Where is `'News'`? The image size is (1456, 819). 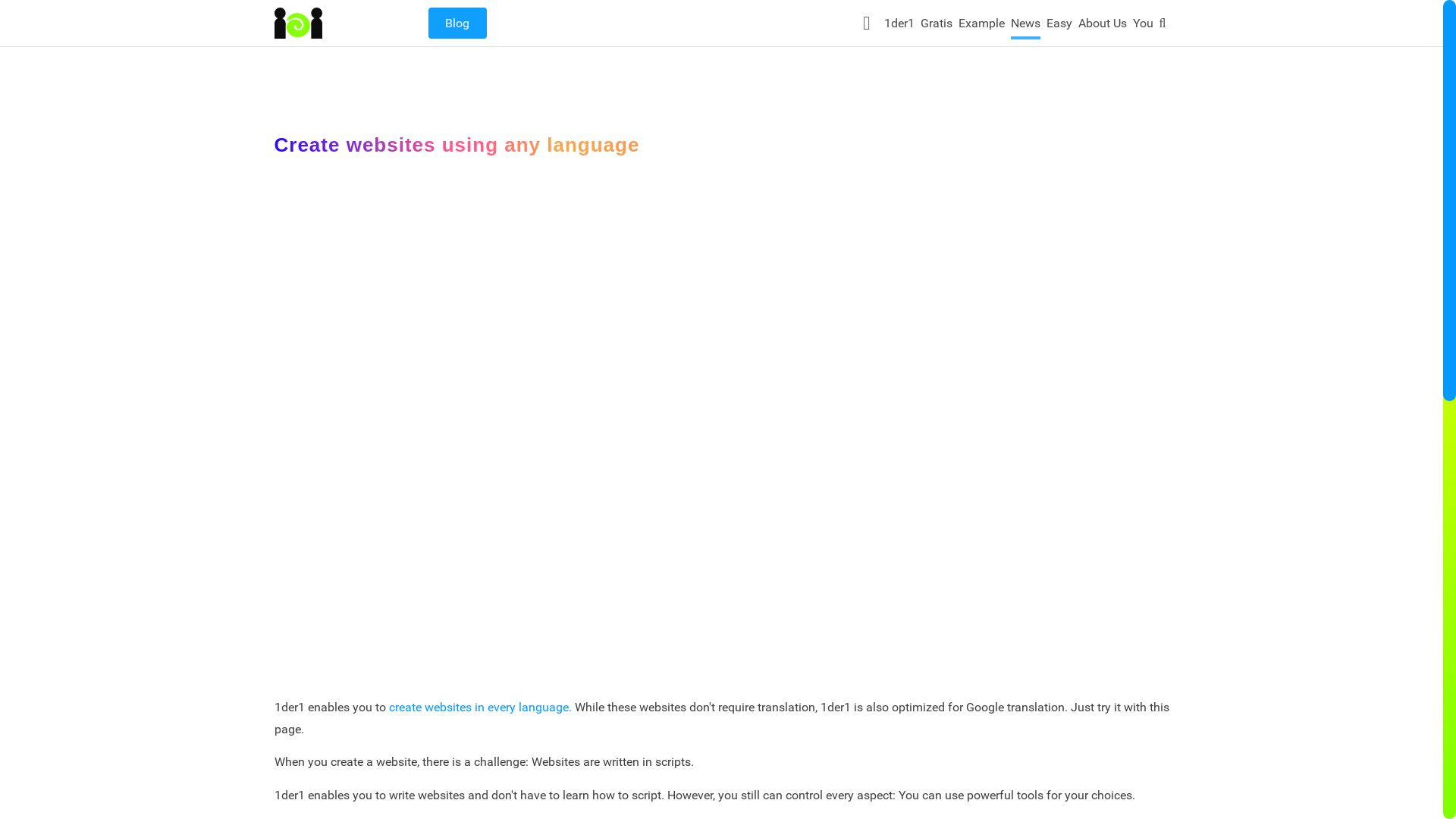
'News' is located at coordinates (1025, 26).